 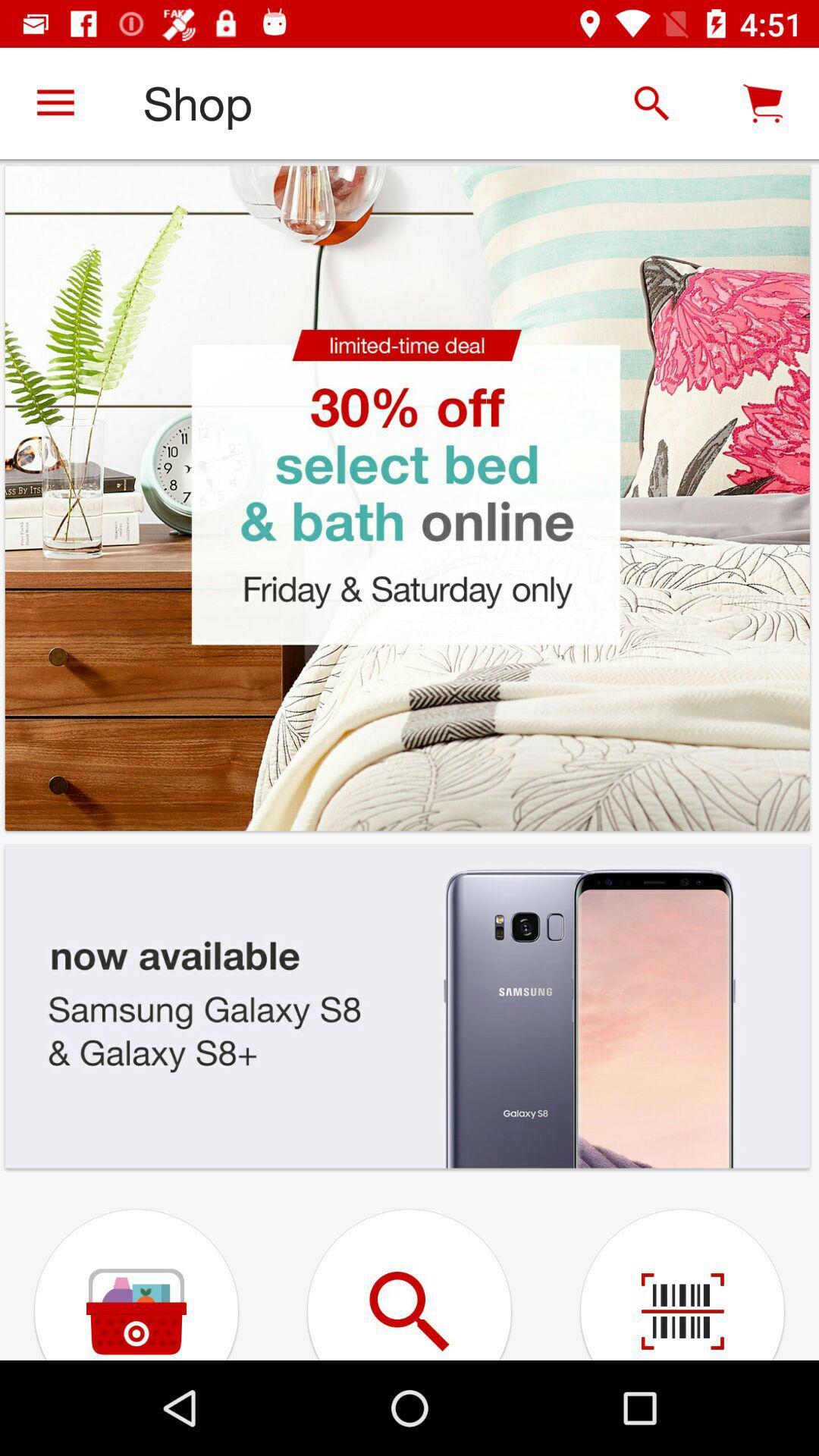 What do you see at coordinates (55, 102) in the screenshot?
I see `the icon next to shop icon` at bounding box center [55, 102].